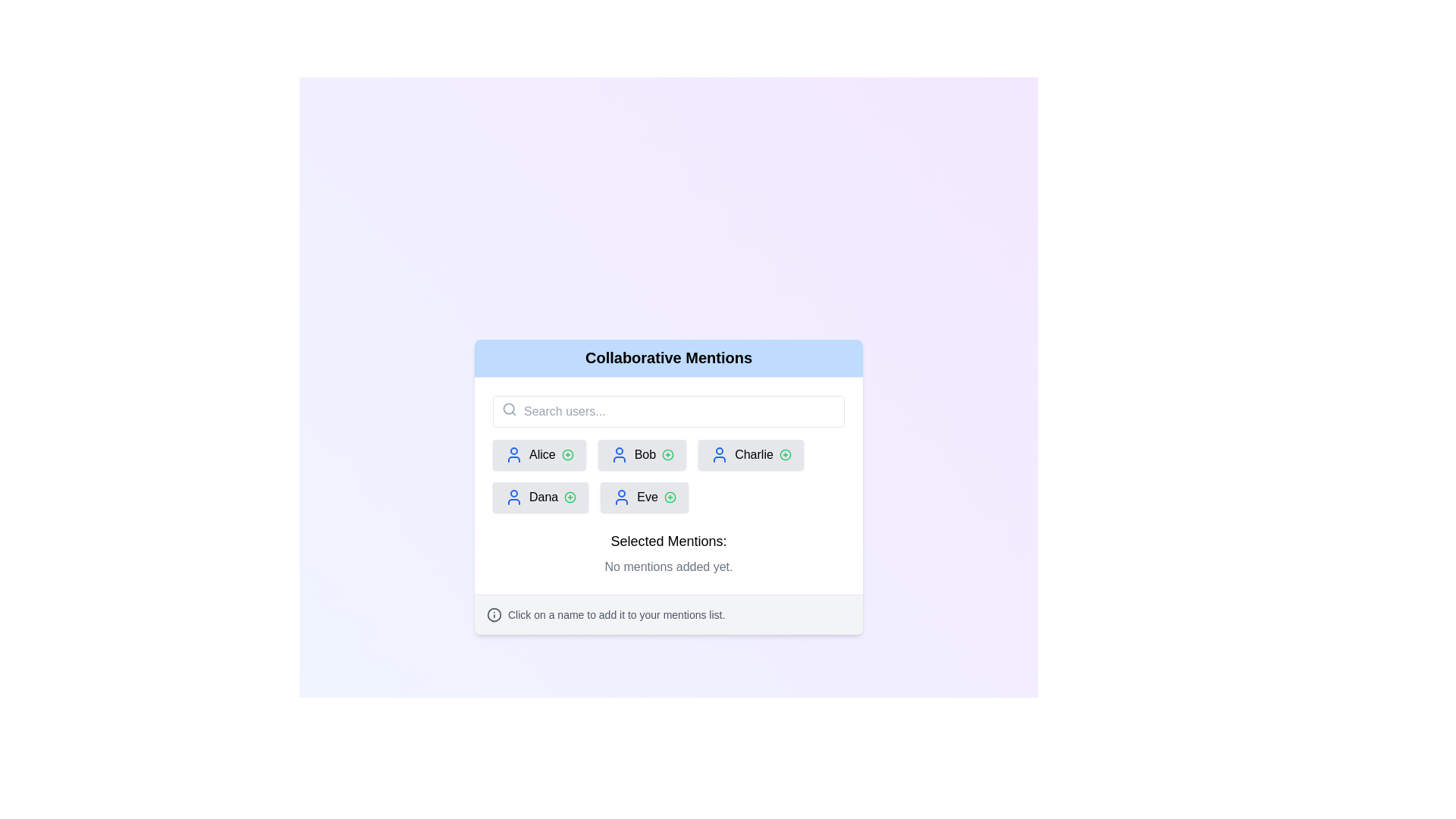 The image size is (1456, 819). Describe the element at coordinates (509, 407) in the screenshot. I see `the decorative SVG graphic component within the magnifying glass icon in the search bar located at the top-left corner of the input field in the Collaborative Mentions interface` at that location.